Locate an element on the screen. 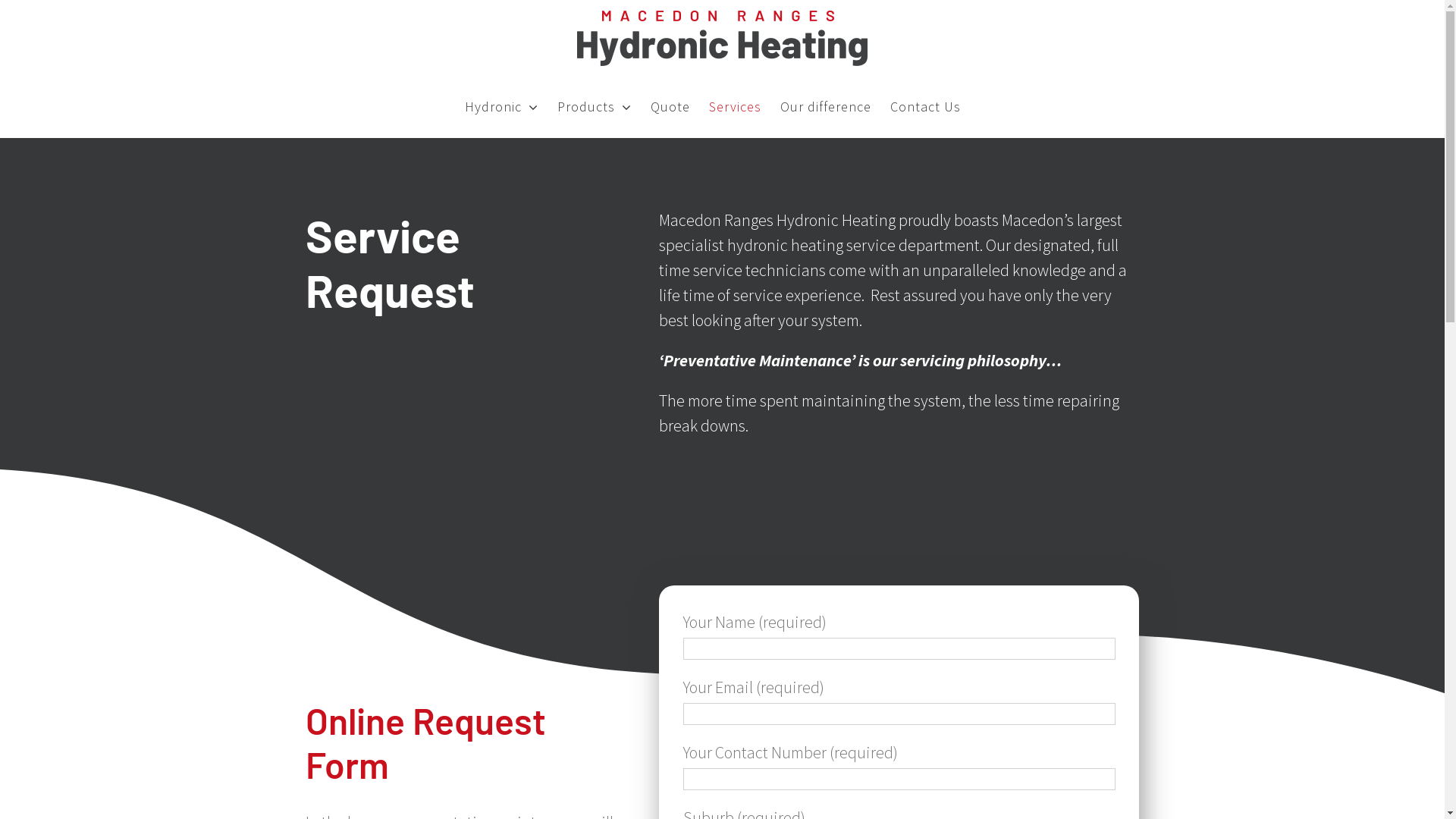 The height and width of the screenshot is (819, 1456). 'Quote' is located at coordinates (669, 106).